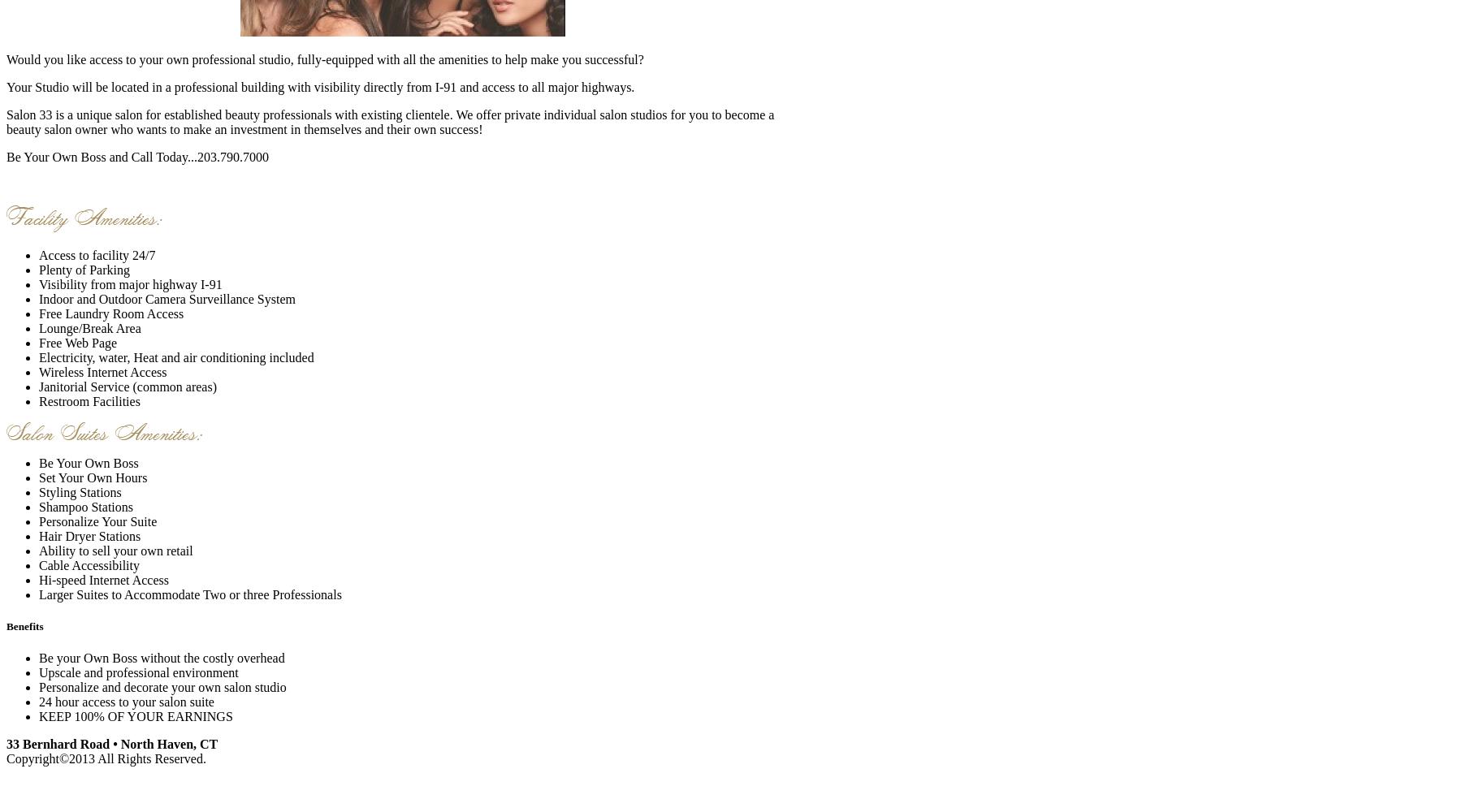 Image resolution: width=1471 pixels, height=812 pixels. I want to click on 'Plenty of Parking', so click(83, 268).